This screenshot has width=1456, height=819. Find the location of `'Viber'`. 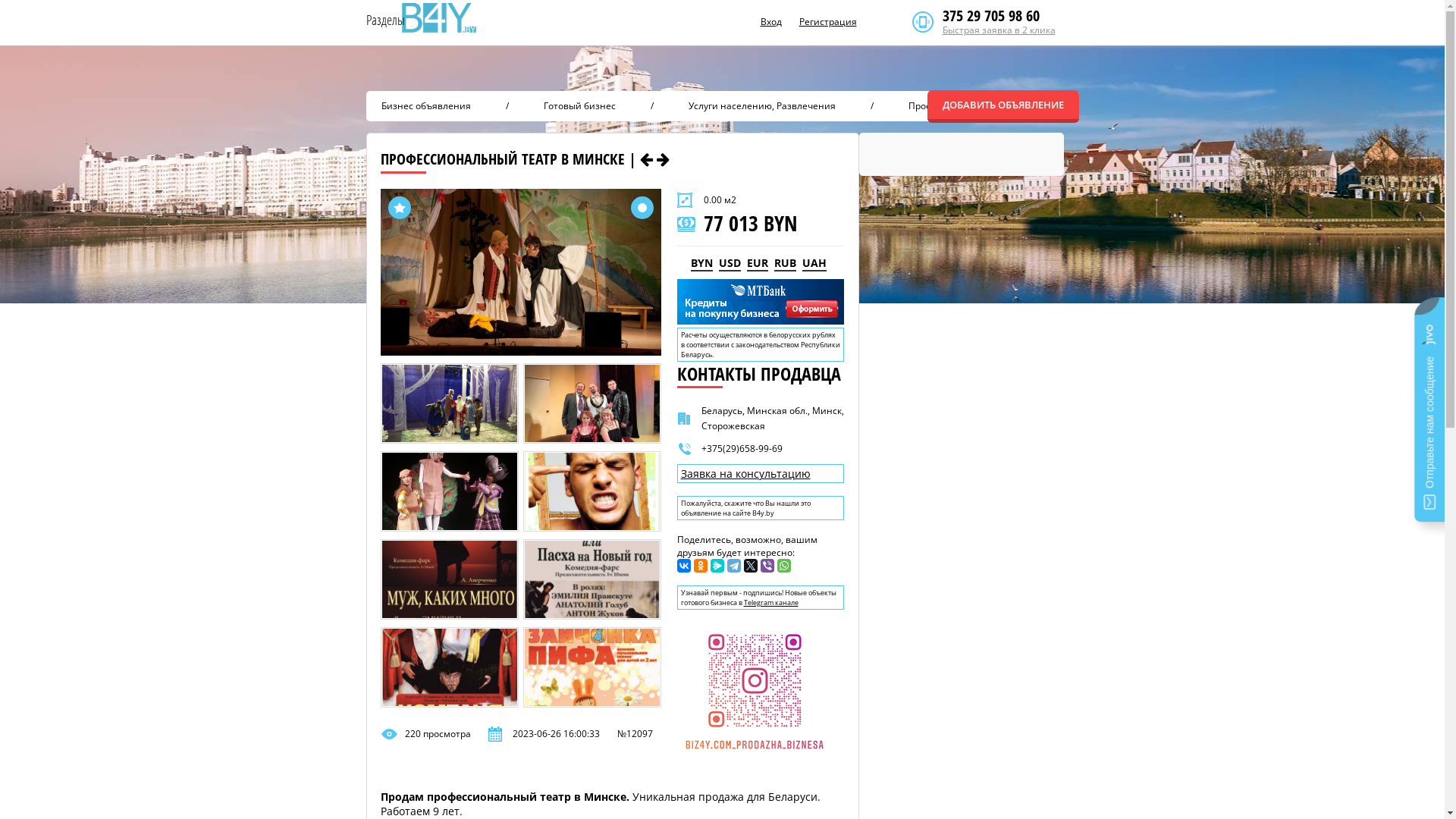

'Viber' is located at coordinates (767, 565).